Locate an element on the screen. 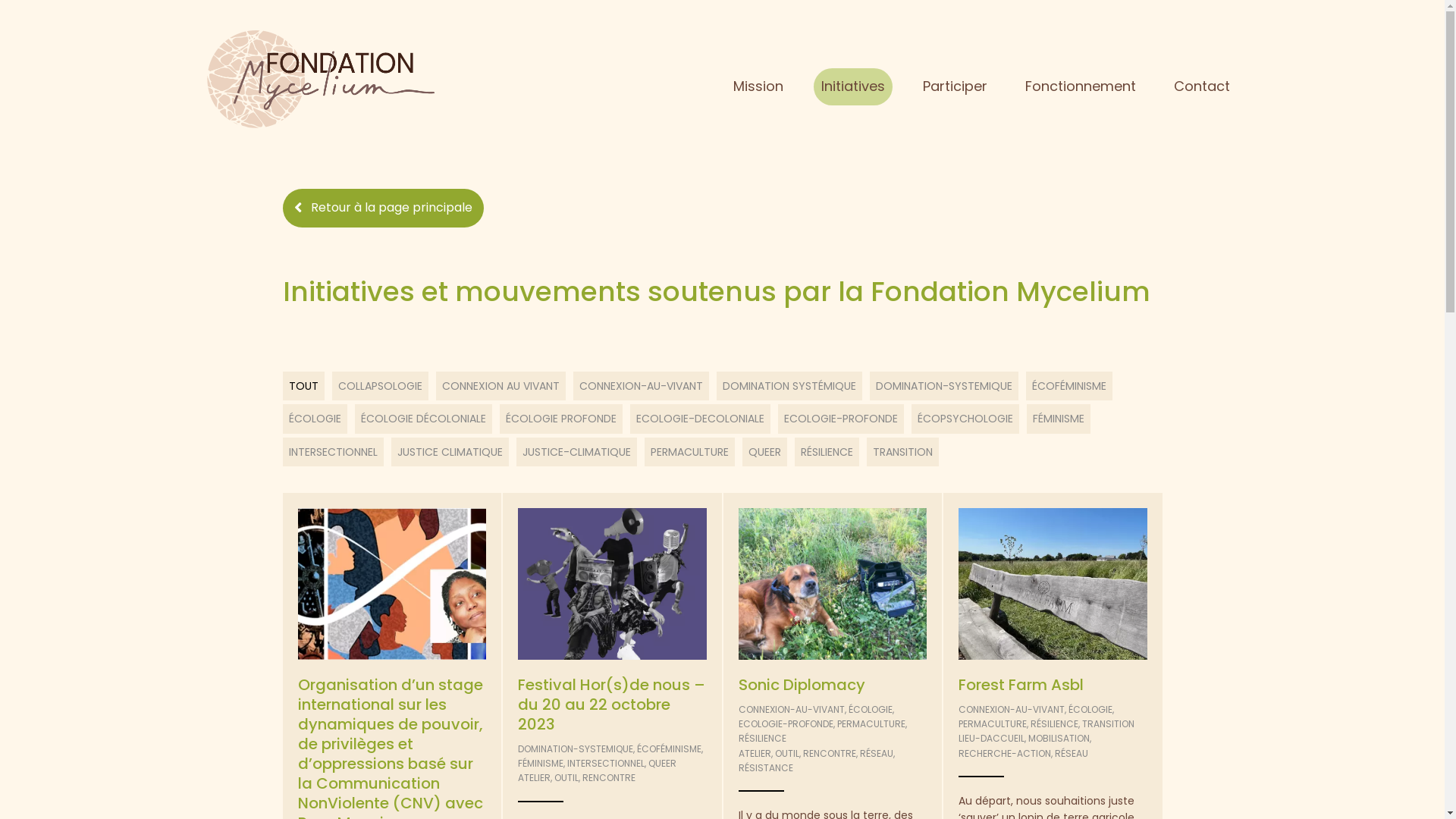 The width and height of the screenshot is (1456, 819). 'ECOLOGIE-PROFONDE' is located at coordinates (786, 723).